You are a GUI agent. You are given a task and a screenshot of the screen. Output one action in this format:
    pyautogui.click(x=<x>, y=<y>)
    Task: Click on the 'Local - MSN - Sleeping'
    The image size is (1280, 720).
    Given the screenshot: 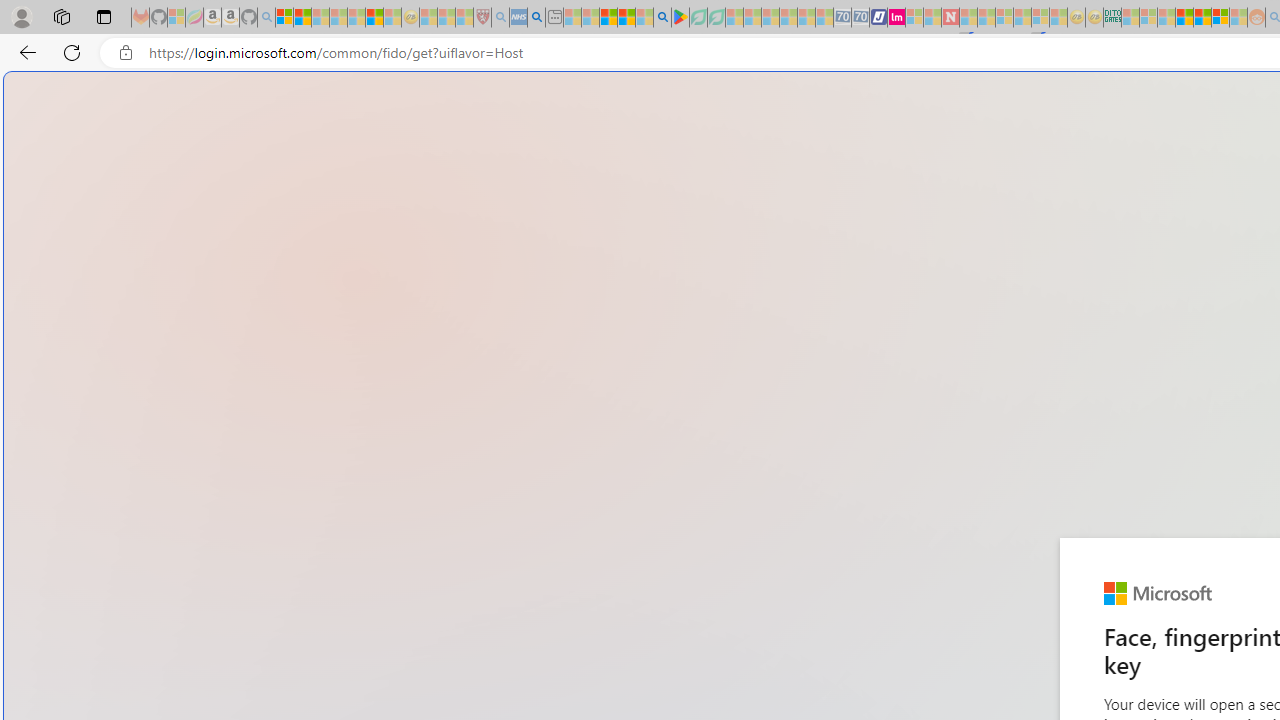 What is the action you would take?
    pyautogui.click(x=463, y=17)
    